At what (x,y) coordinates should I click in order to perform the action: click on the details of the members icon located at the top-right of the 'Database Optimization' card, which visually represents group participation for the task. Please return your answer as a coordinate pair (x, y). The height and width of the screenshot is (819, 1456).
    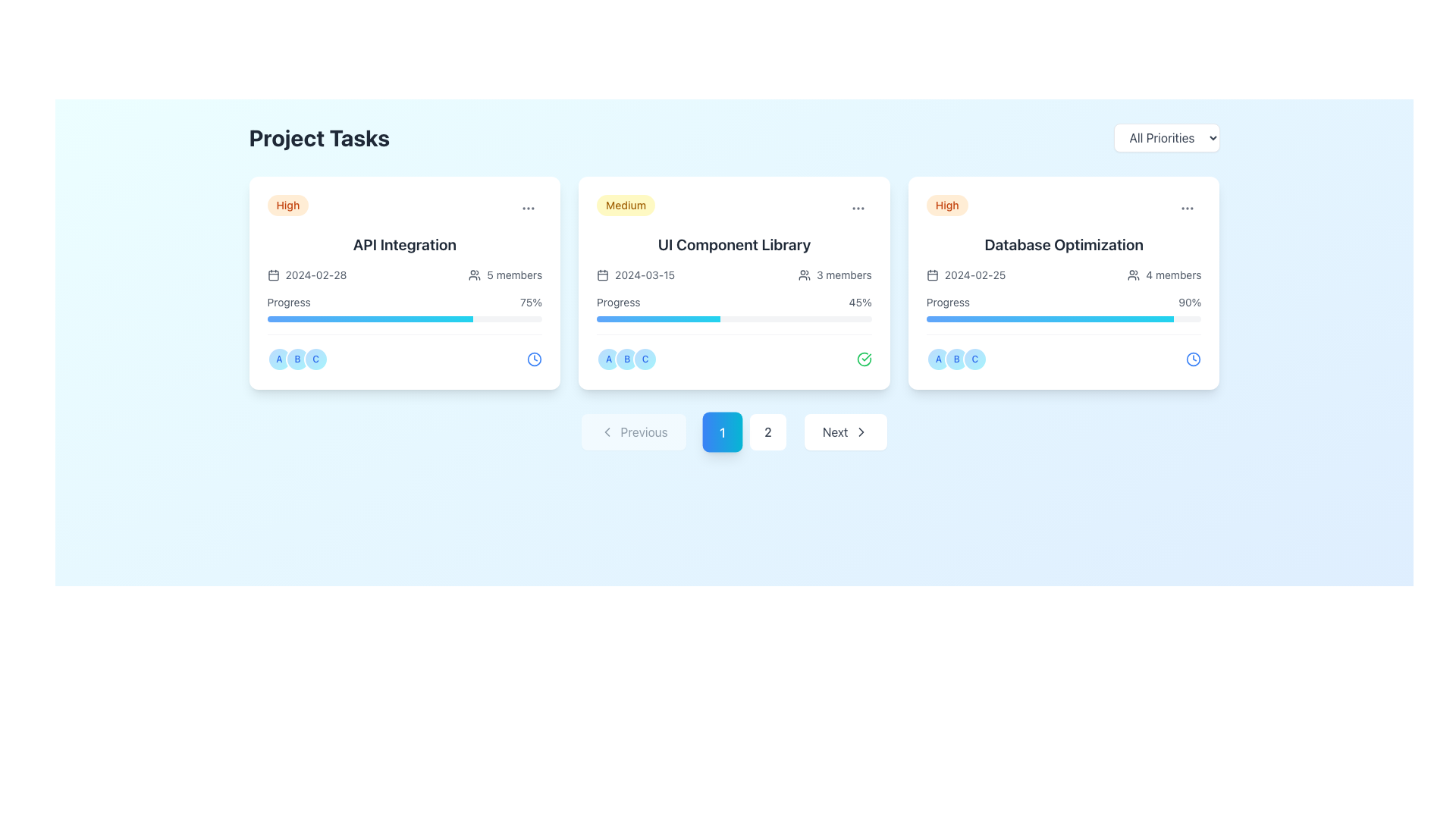
    Looking at the image, I should click on (1134, 275).